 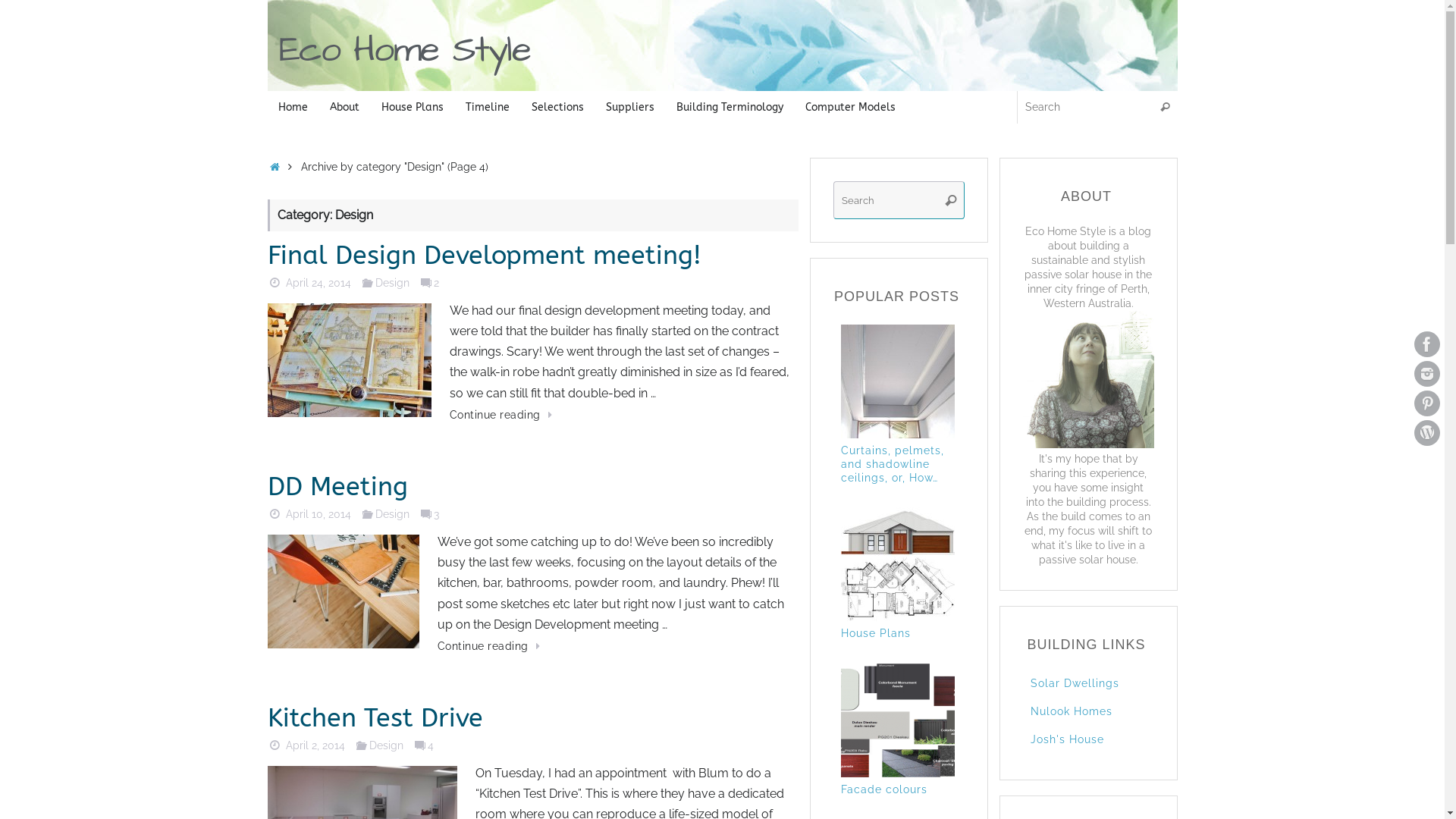 What do you see at coordinates (1069, 711) in the screenshot?
I see `'Nulook Homes'` at bounding box center [1069, 711].